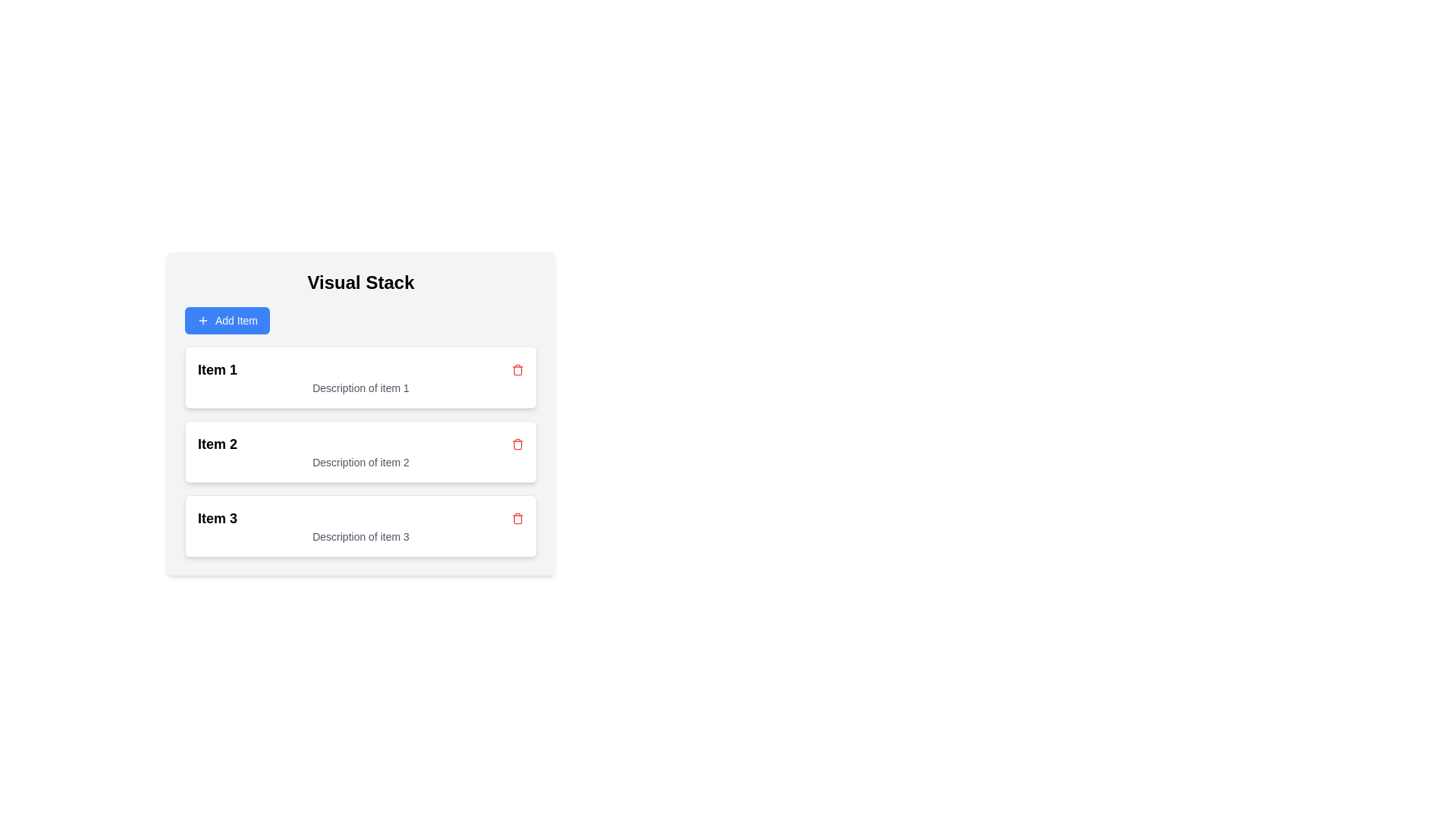 This screenshot has height=819, width=1456. Describe the element at coordinates (517, 370) in the screenshot. I see `the small red trash can icon button associated with 'Item 1'` at that location.